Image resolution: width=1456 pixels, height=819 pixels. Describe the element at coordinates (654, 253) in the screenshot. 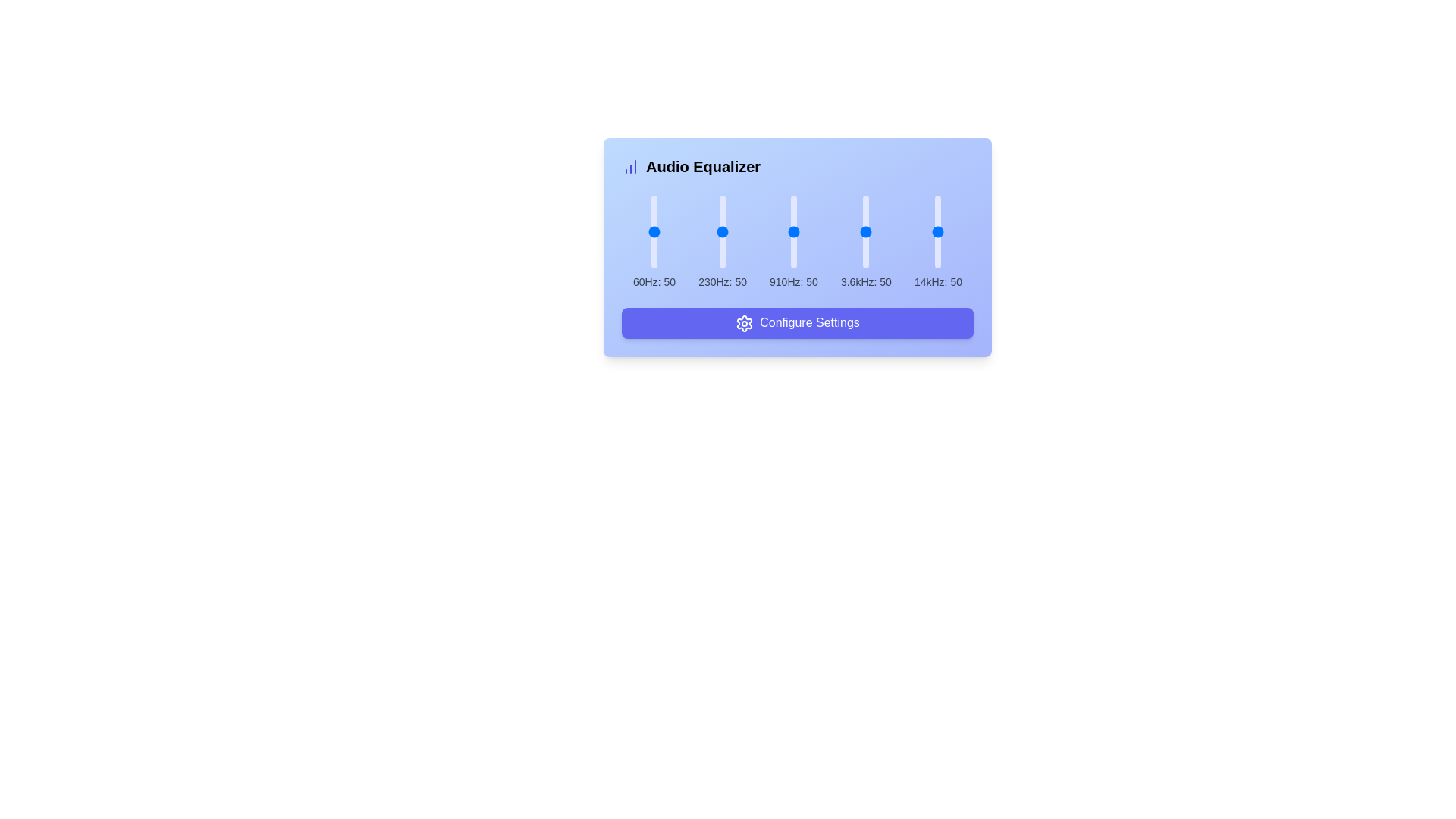

I see `the 60Hz frequency slider` at that location.